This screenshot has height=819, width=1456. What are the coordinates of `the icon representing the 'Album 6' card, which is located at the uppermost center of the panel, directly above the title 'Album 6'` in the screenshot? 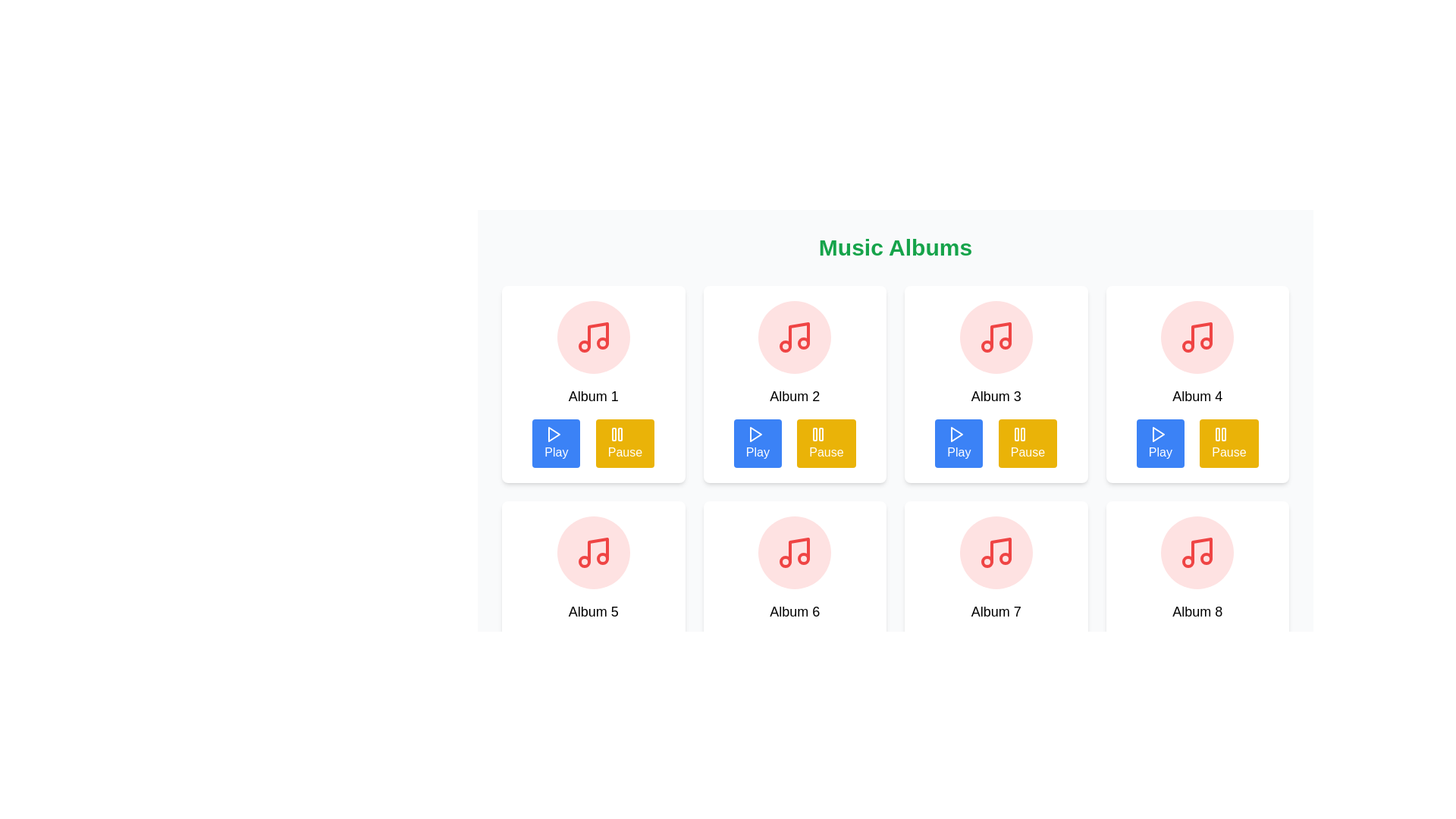 It's located at (794, 553).